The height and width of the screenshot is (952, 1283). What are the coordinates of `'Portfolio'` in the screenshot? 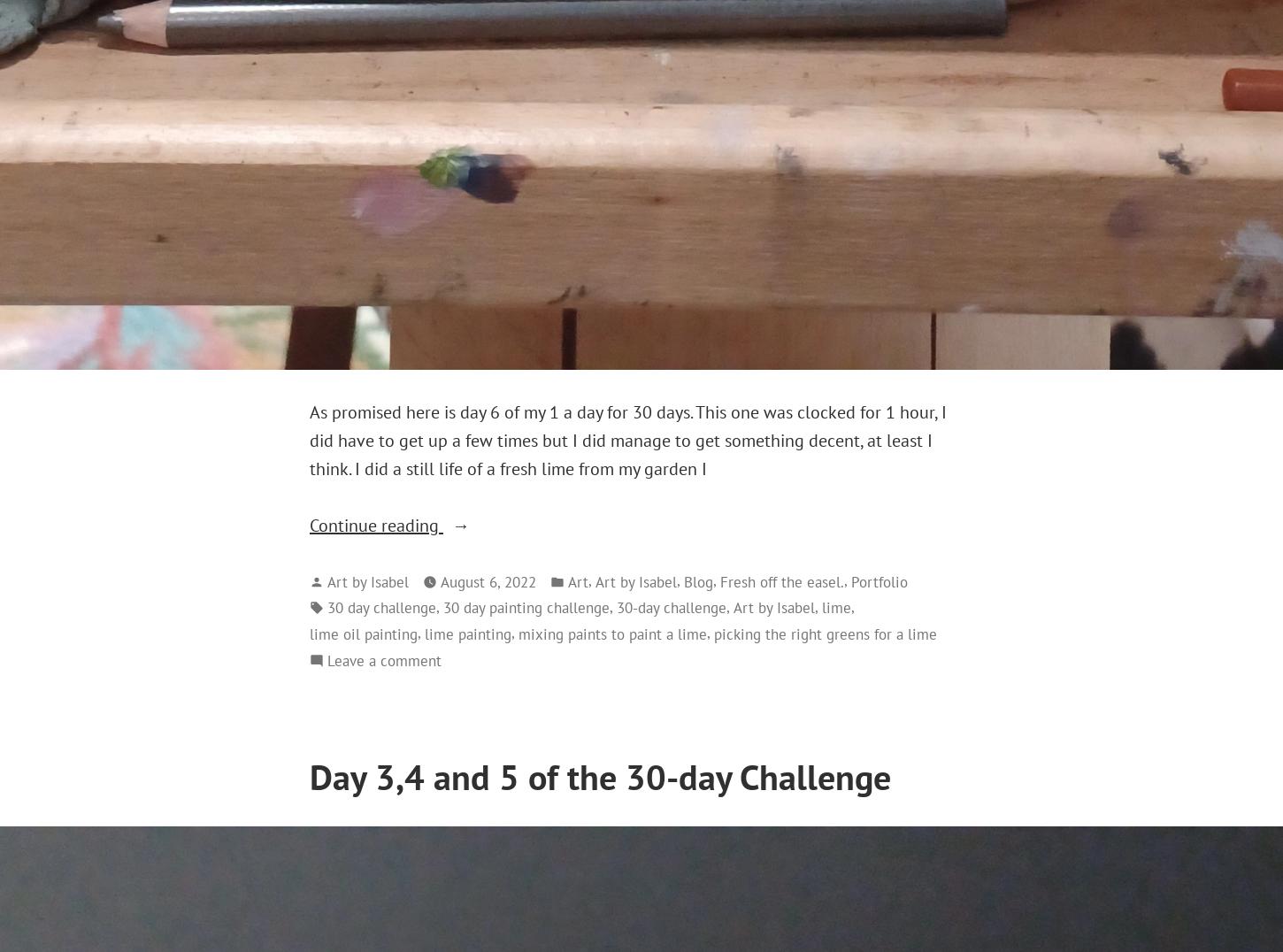 It's located at (879, 580).